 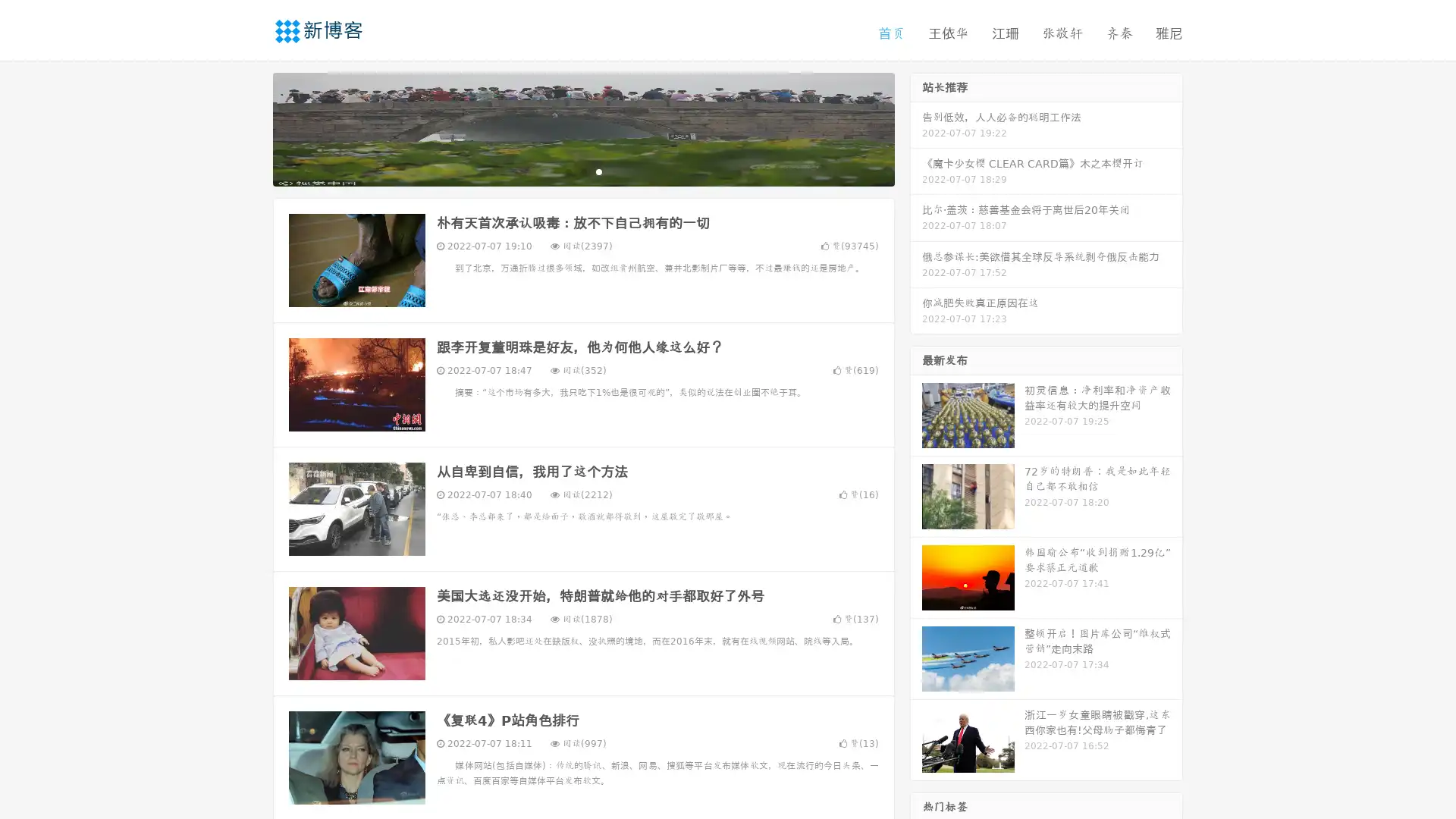 I want to click on Go to slide 2, so click(x=582, y=171).